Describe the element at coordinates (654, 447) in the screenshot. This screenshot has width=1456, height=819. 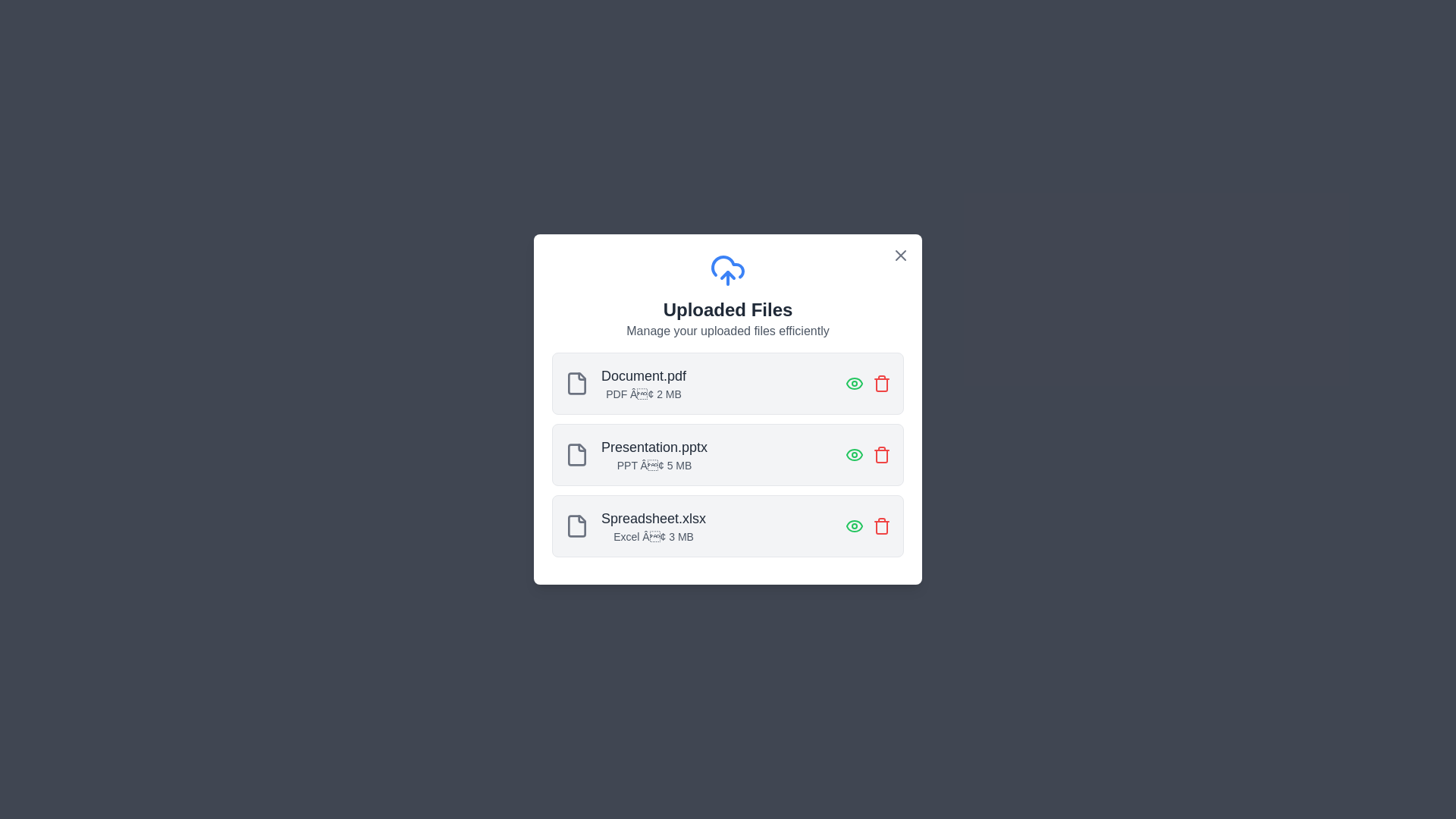
I see `the text label displaying the file name 'Presentation.pptx', which is in bold and medium-sized dark gray font, located in the middle section of a file list interface` at that location.